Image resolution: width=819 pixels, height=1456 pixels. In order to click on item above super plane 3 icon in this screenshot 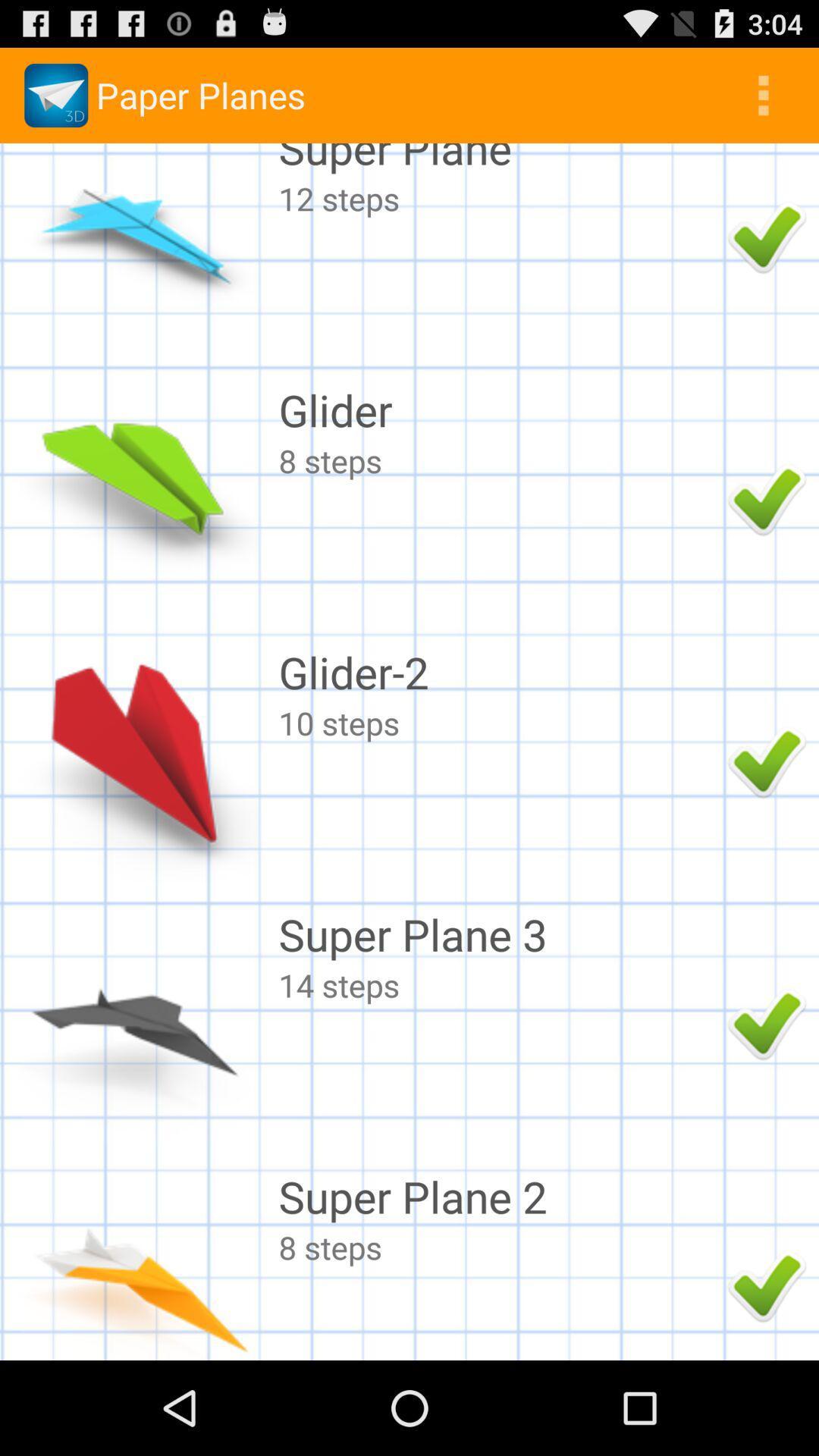, I will do `click(499, 722)`.